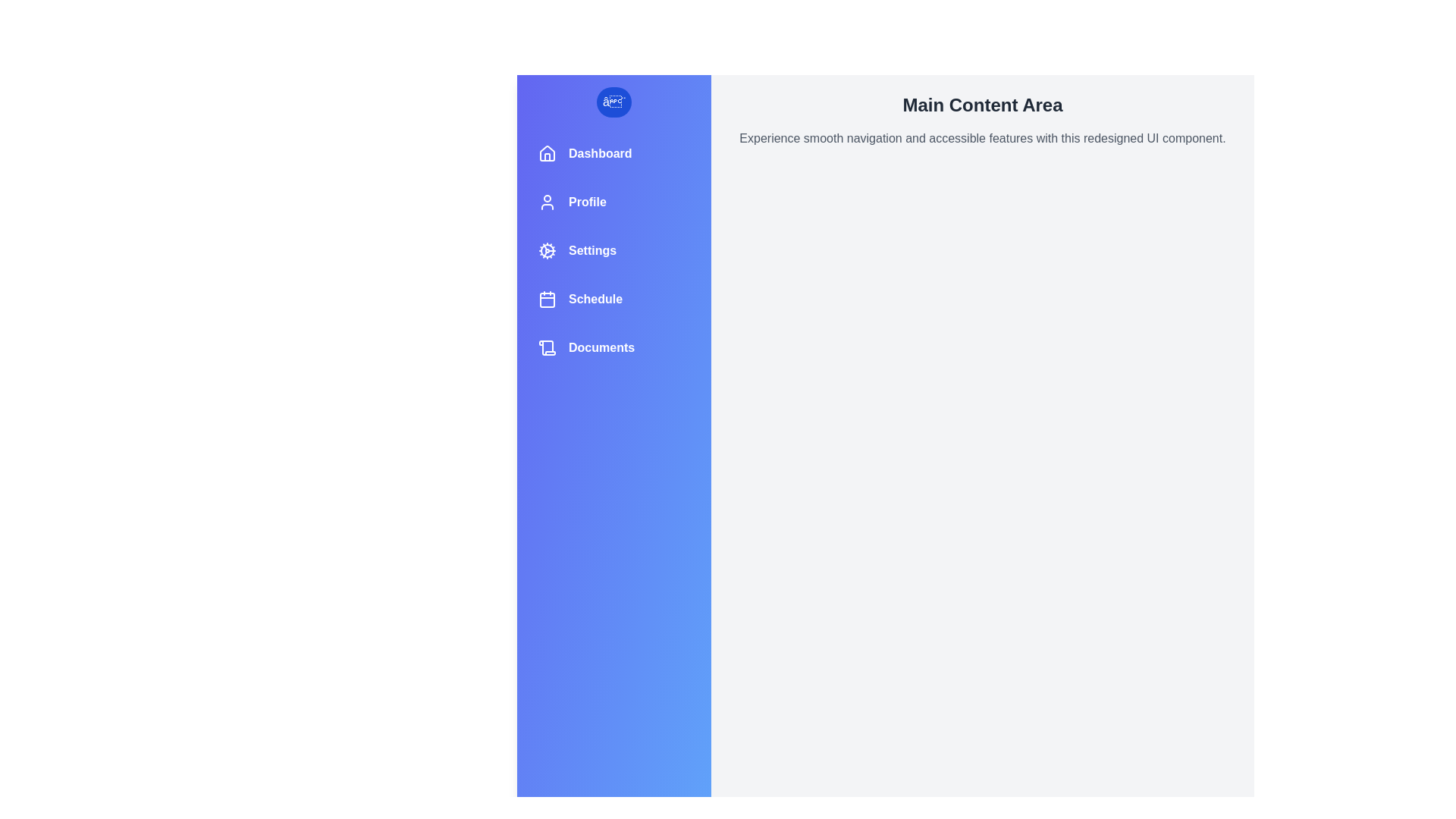  I want to click on the navigation item labeled Dashboard, so click(614, 154).